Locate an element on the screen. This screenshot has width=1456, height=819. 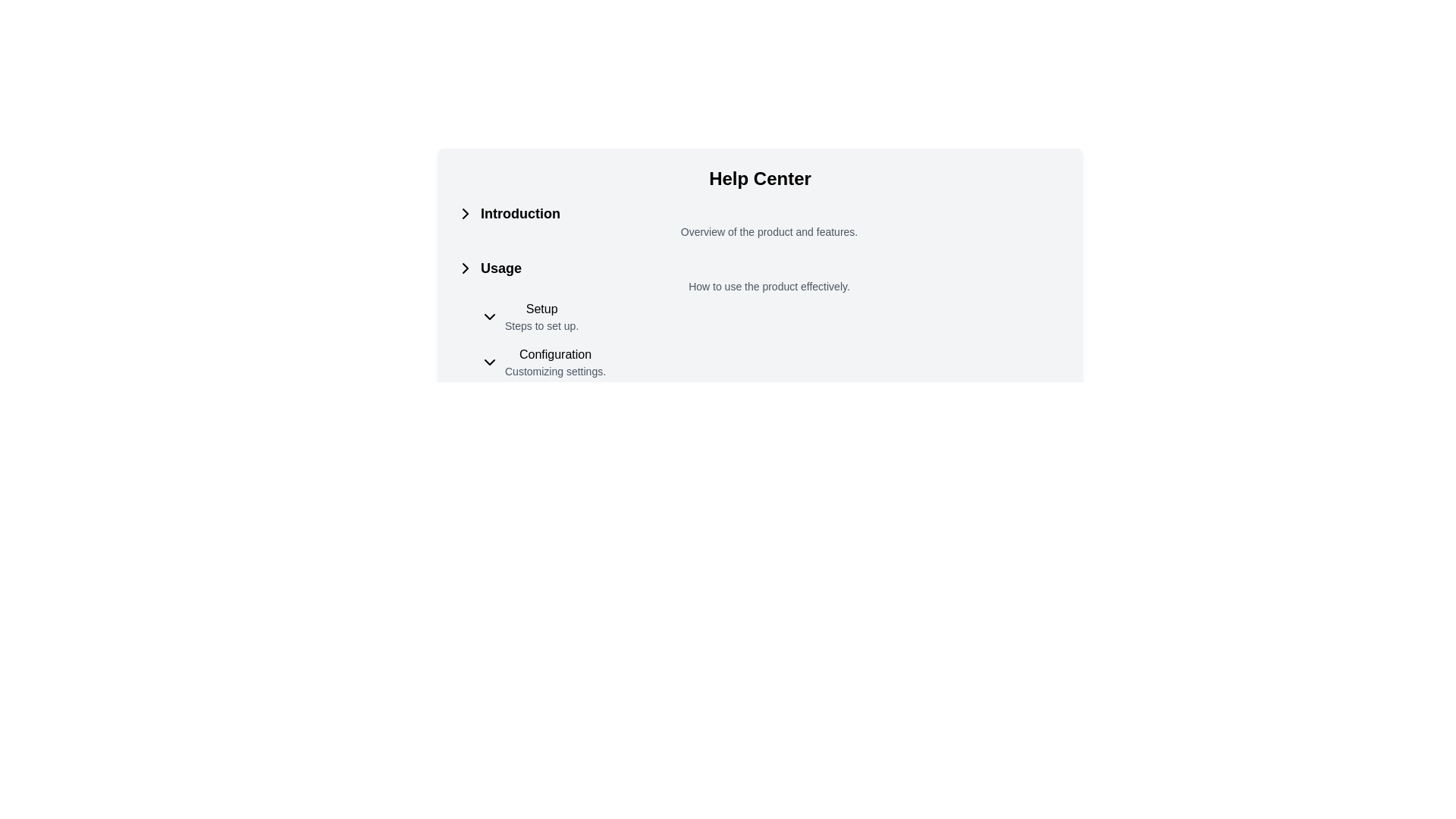
the right-facing chevron icon next to the 'Usage' text to toggle the section is located at coordinates (465, 268).